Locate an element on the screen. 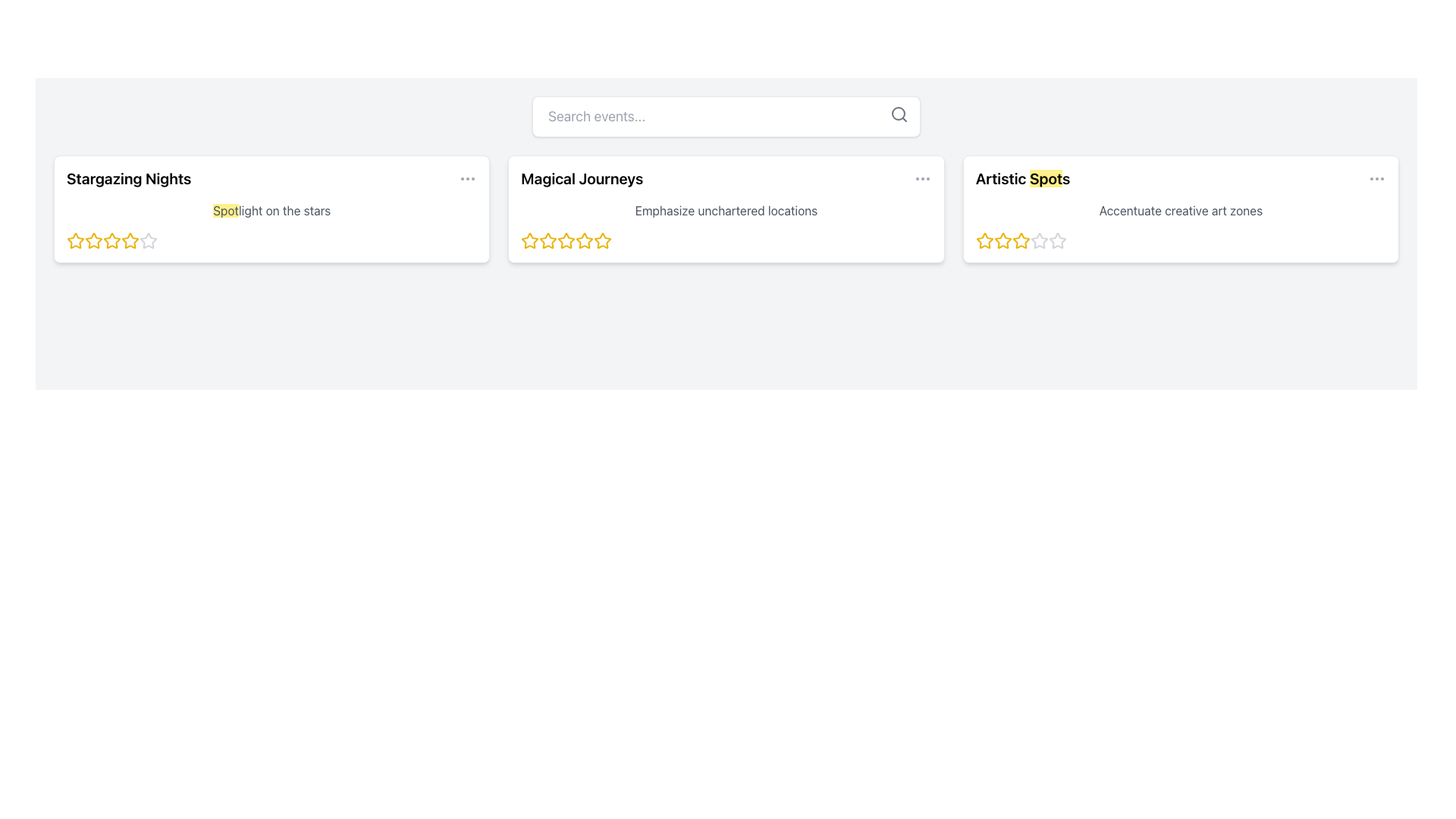  the fifth yellow star-shaped Rating Star Icon located below the title 'Magical Journeys' is located at coordinates (584, 240).